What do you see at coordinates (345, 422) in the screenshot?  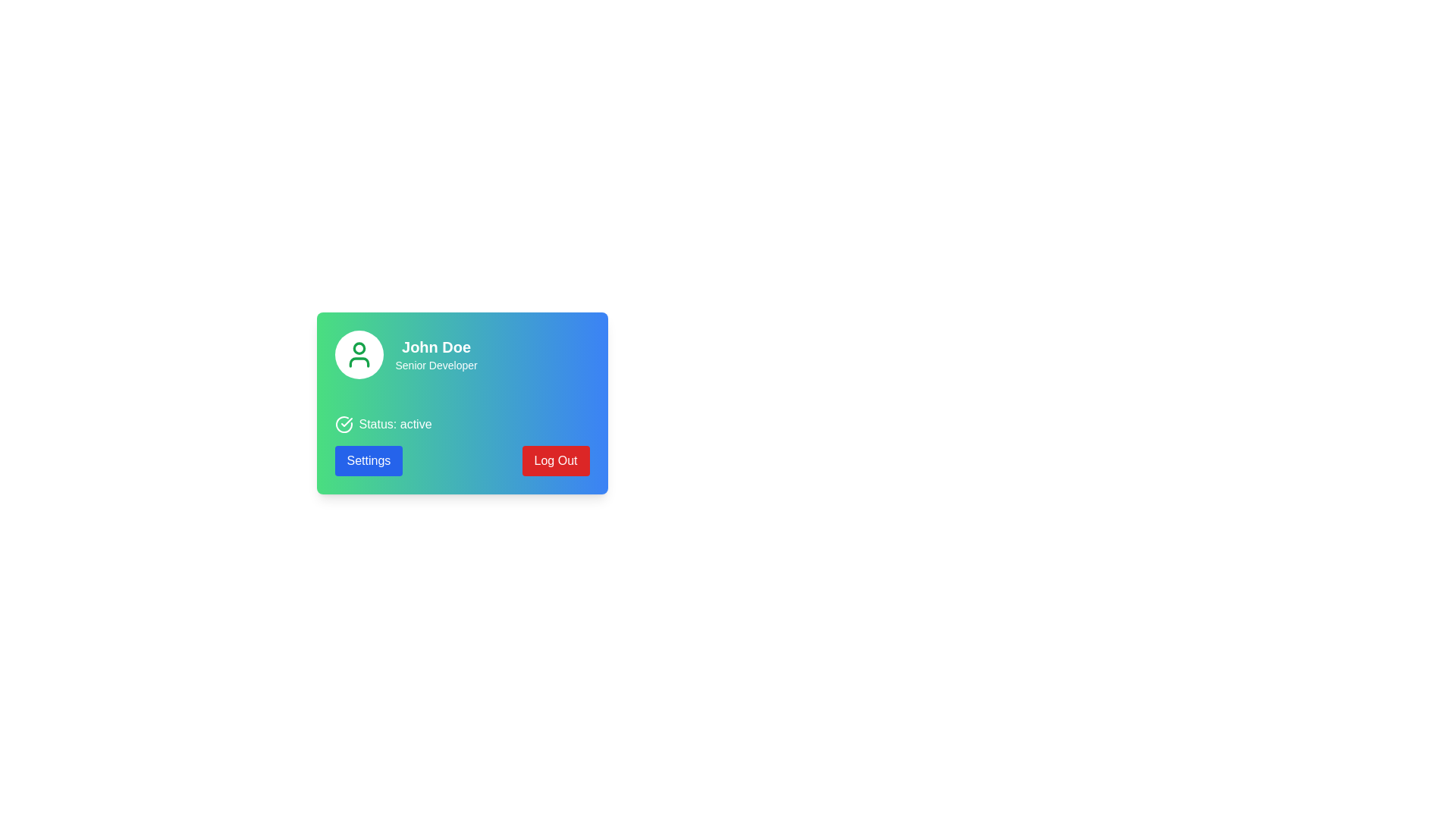 I see `the check mark icon that symbolizes a positive action or validation, located within the circular badge and aligned to its right` at bounding box center [345, 422].